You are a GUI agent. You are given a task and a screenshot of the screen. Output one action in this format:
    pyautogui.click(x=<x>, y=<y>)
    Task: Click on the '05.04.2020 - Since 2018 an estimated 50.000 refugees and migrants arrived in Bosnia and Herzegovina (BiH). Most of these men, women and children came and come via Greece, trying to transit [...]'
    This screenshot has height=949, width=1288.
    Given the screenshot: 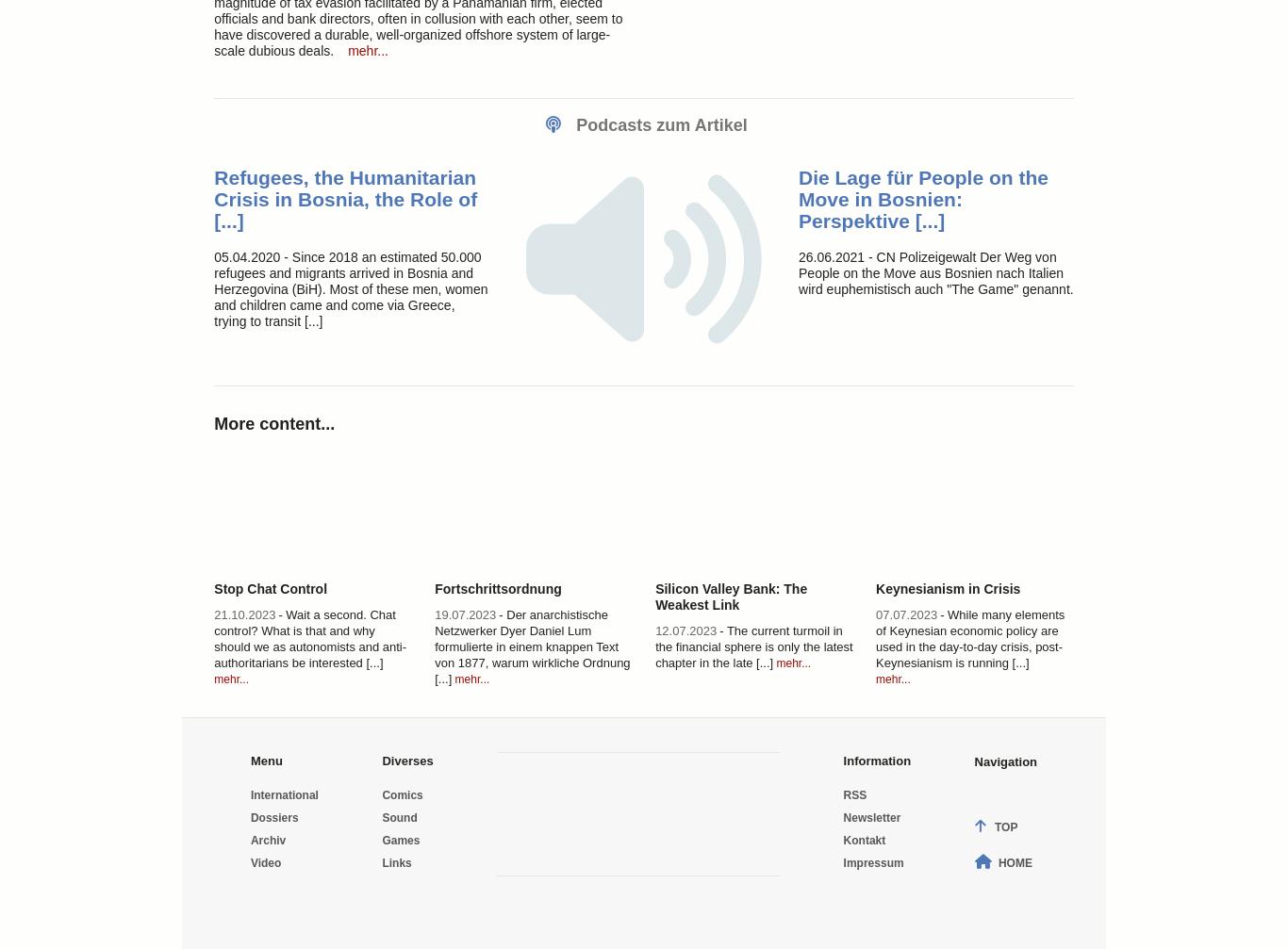 What is the action you would take?
    pyautogui.click(x=213, y=288)
    